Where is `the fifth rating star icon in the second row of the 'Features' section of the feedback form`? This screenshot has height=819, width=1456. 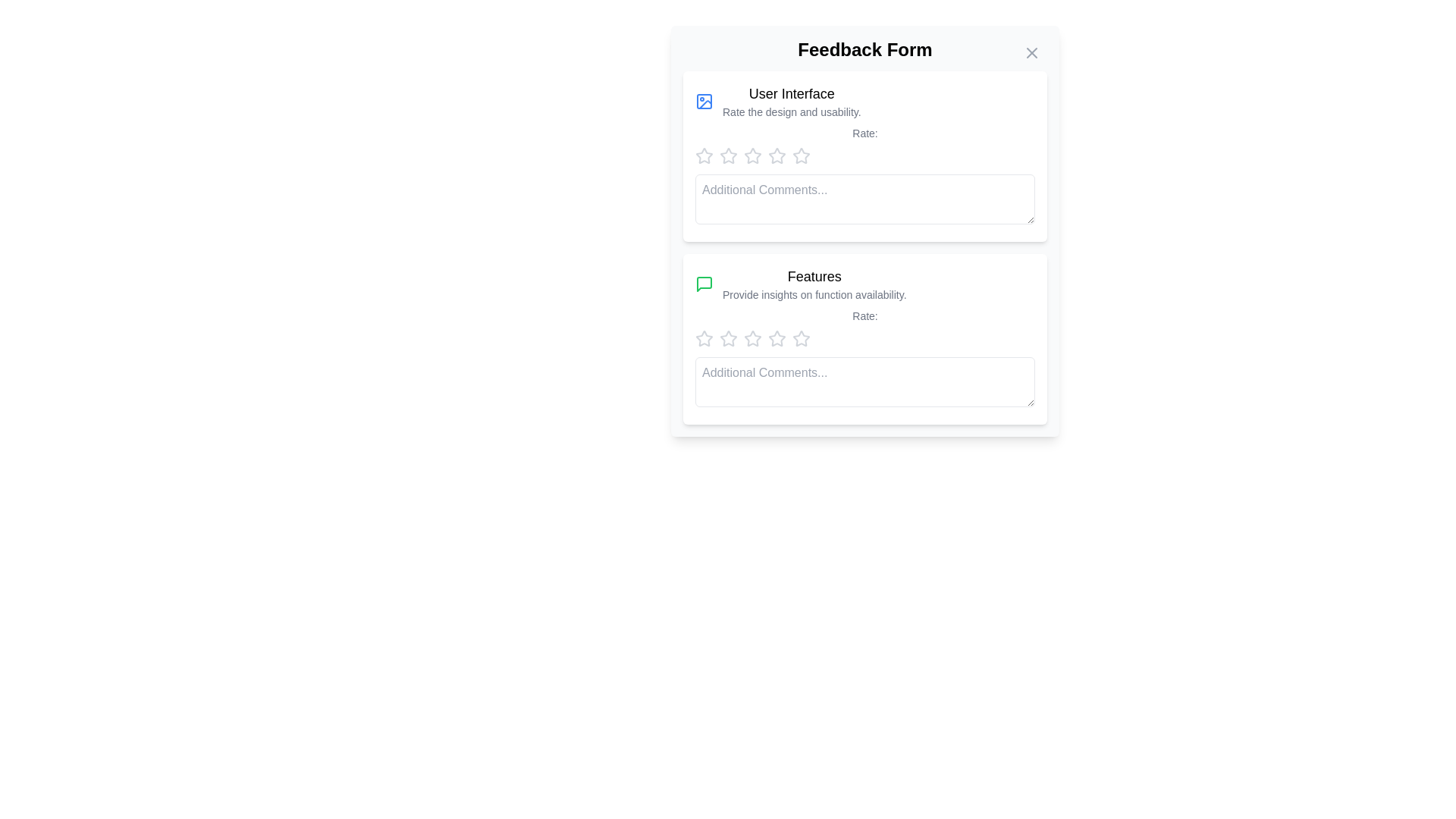 the fifth rating star icon in the second row of the 'Features' section of the feedback form is located at coordinates (800, 338).